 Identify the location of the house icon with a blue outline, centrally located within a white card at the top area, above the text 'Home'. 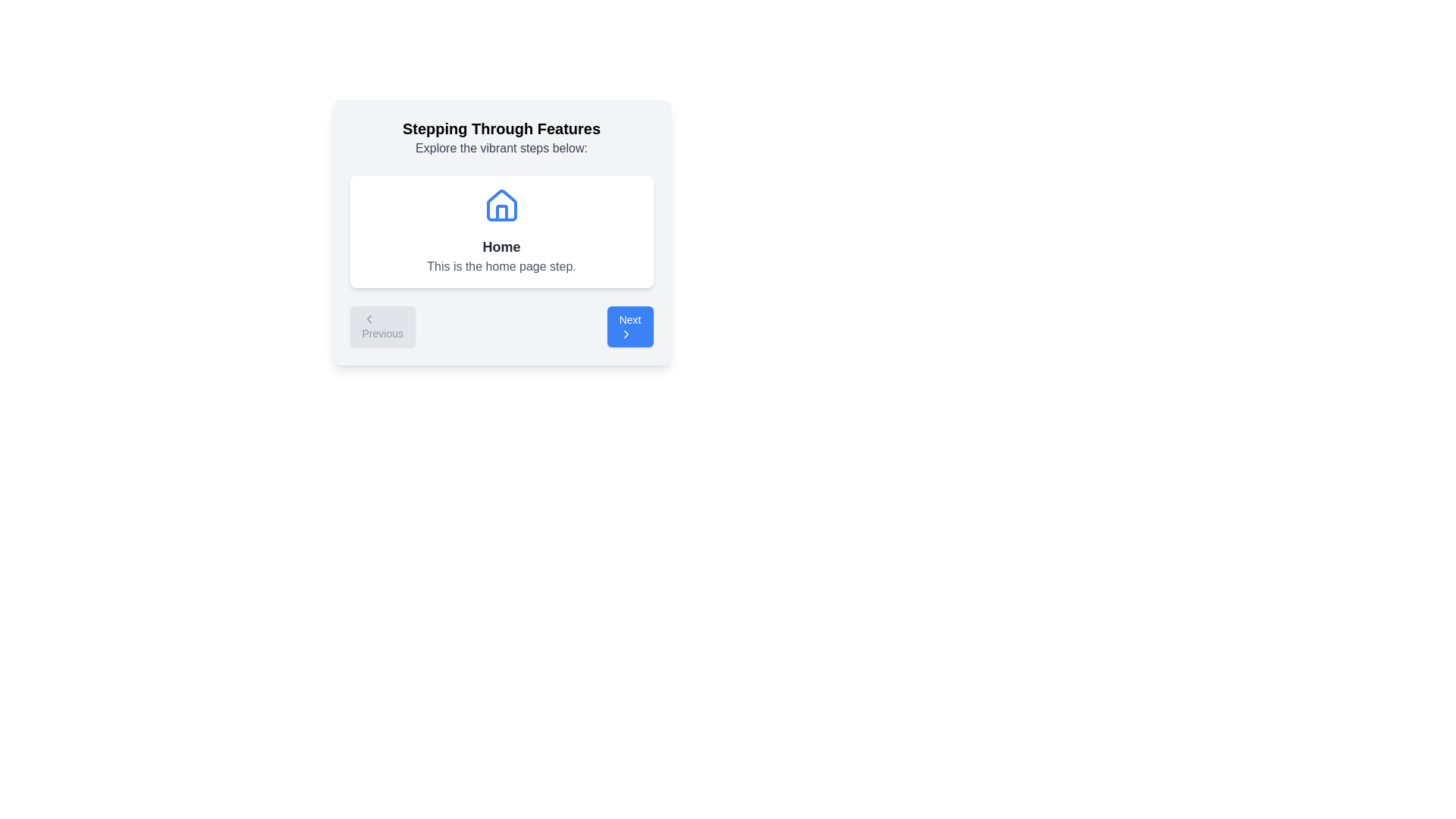
(501, 206).